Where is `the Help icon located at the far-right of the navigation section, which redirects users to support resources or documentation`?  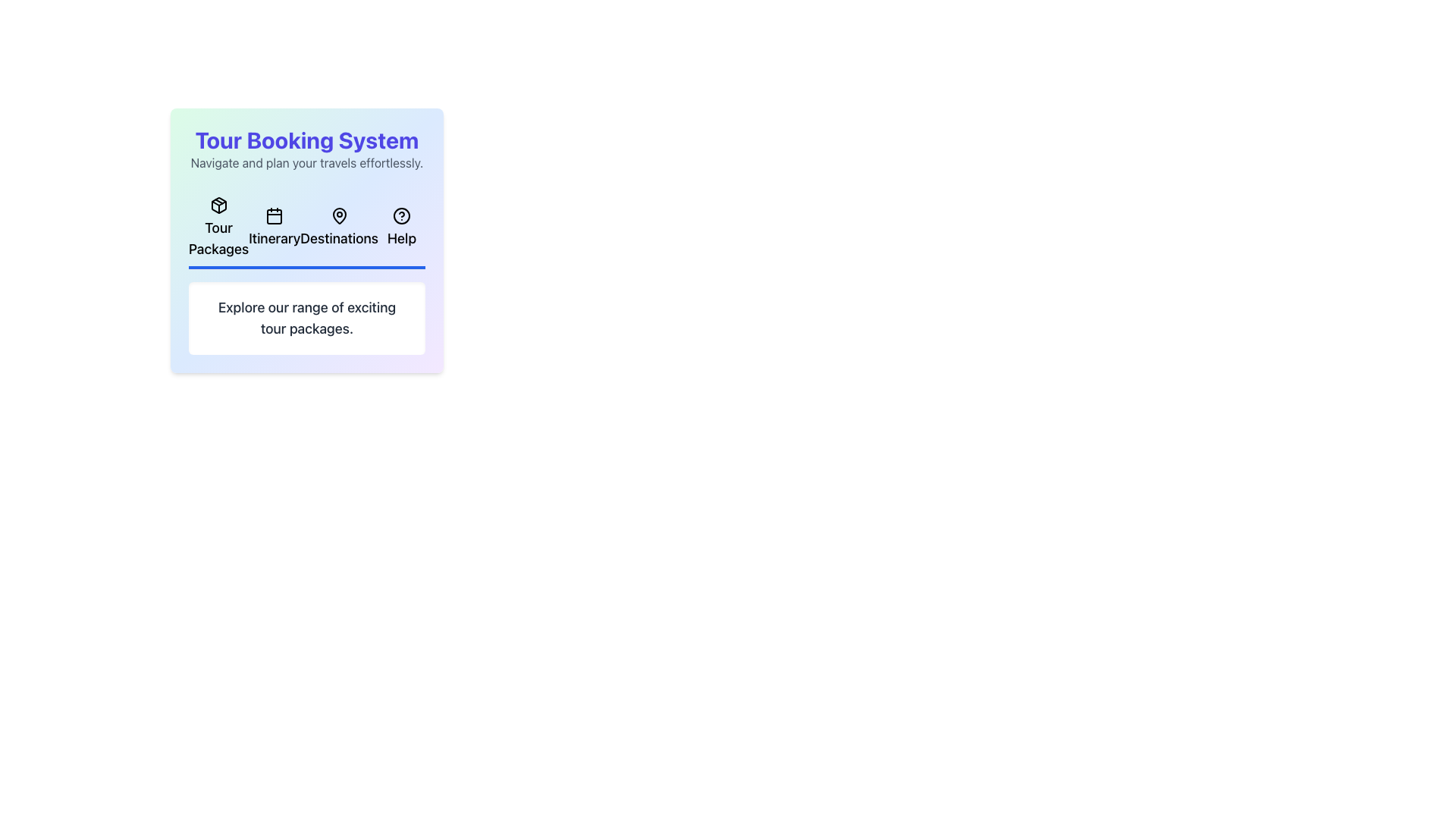 the Help icon located at the far-right of the navigation section, which redirects users to support resources or documentation is located at coordinates (401, 216).